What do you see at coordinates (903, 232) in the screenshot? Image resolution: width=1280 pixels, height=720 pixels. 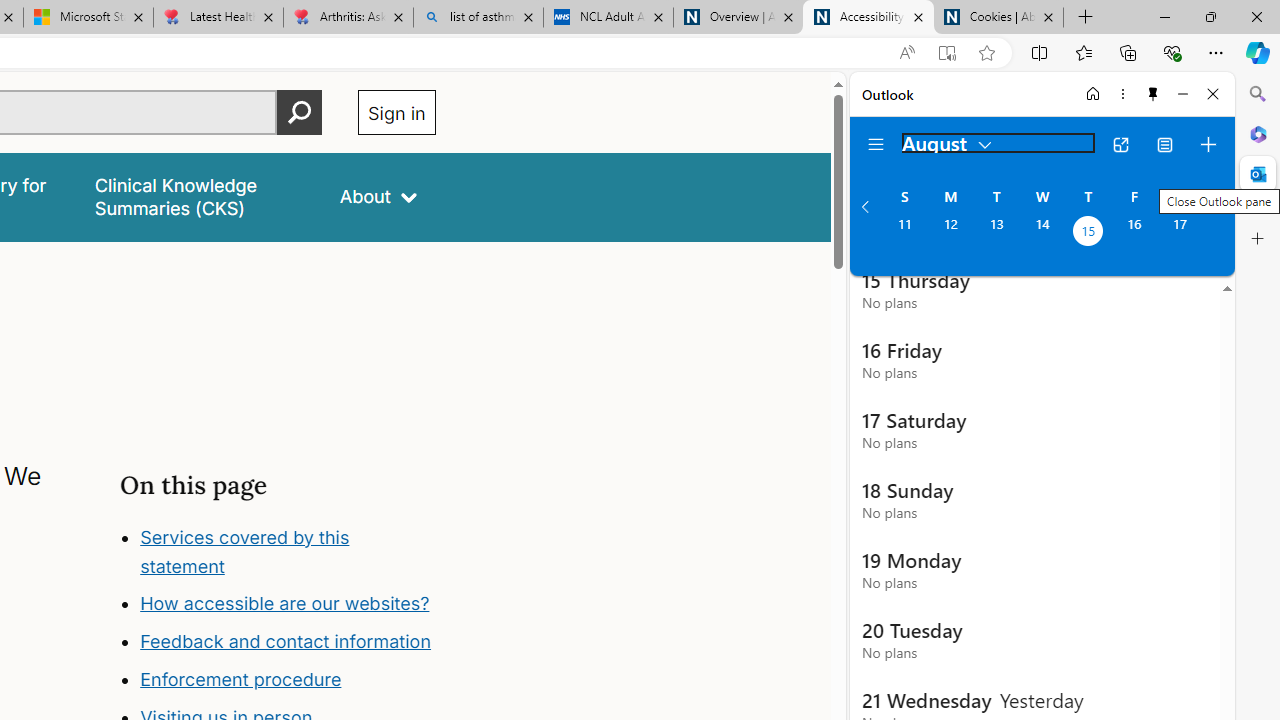 I see `'Sunday, August 11, 2024. '` at bounding box center [903, 232].